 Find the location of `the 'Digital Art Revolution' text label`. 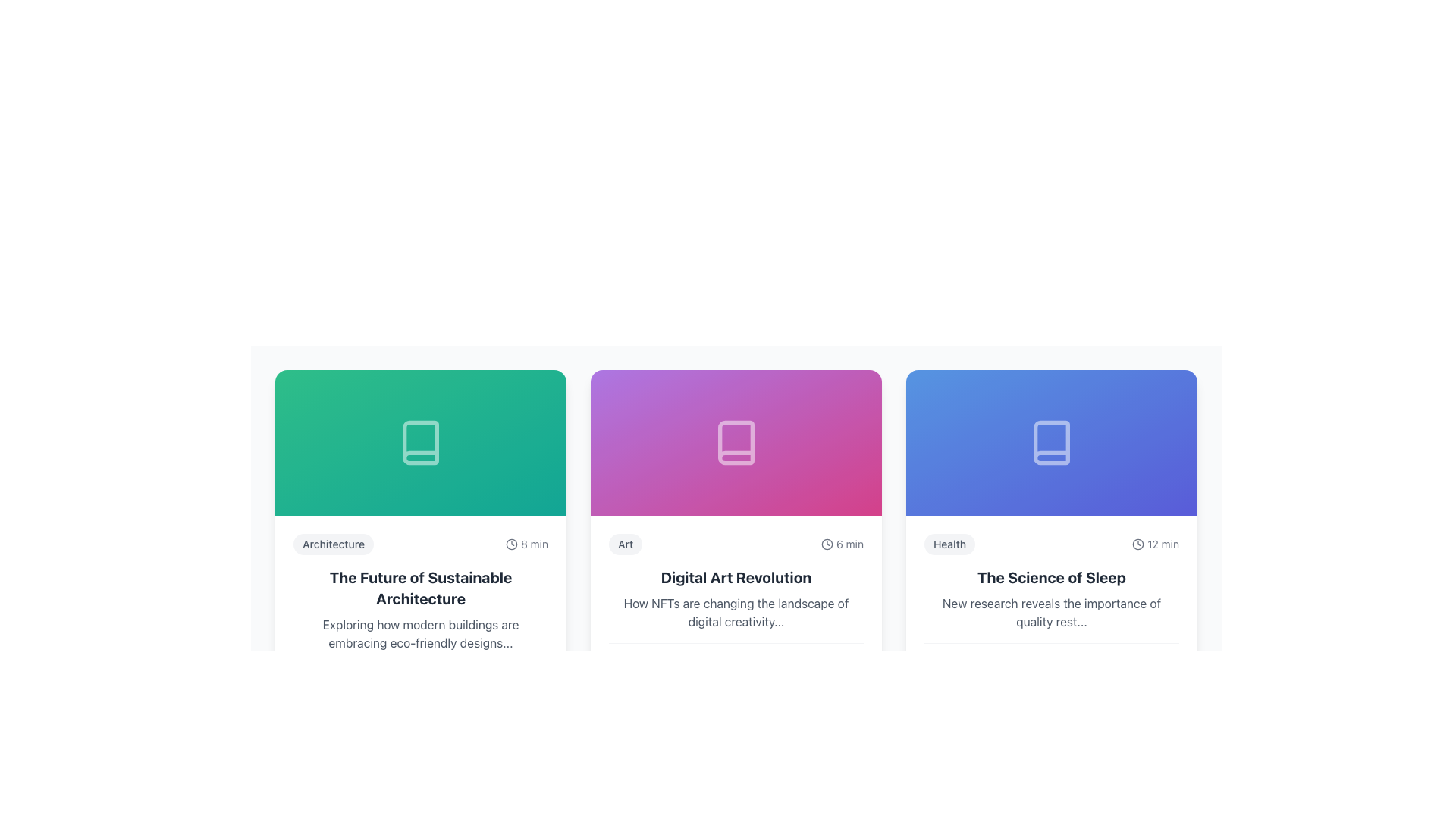

the 'Digital Art Revolution' text label is located at coordinates (736, 578).